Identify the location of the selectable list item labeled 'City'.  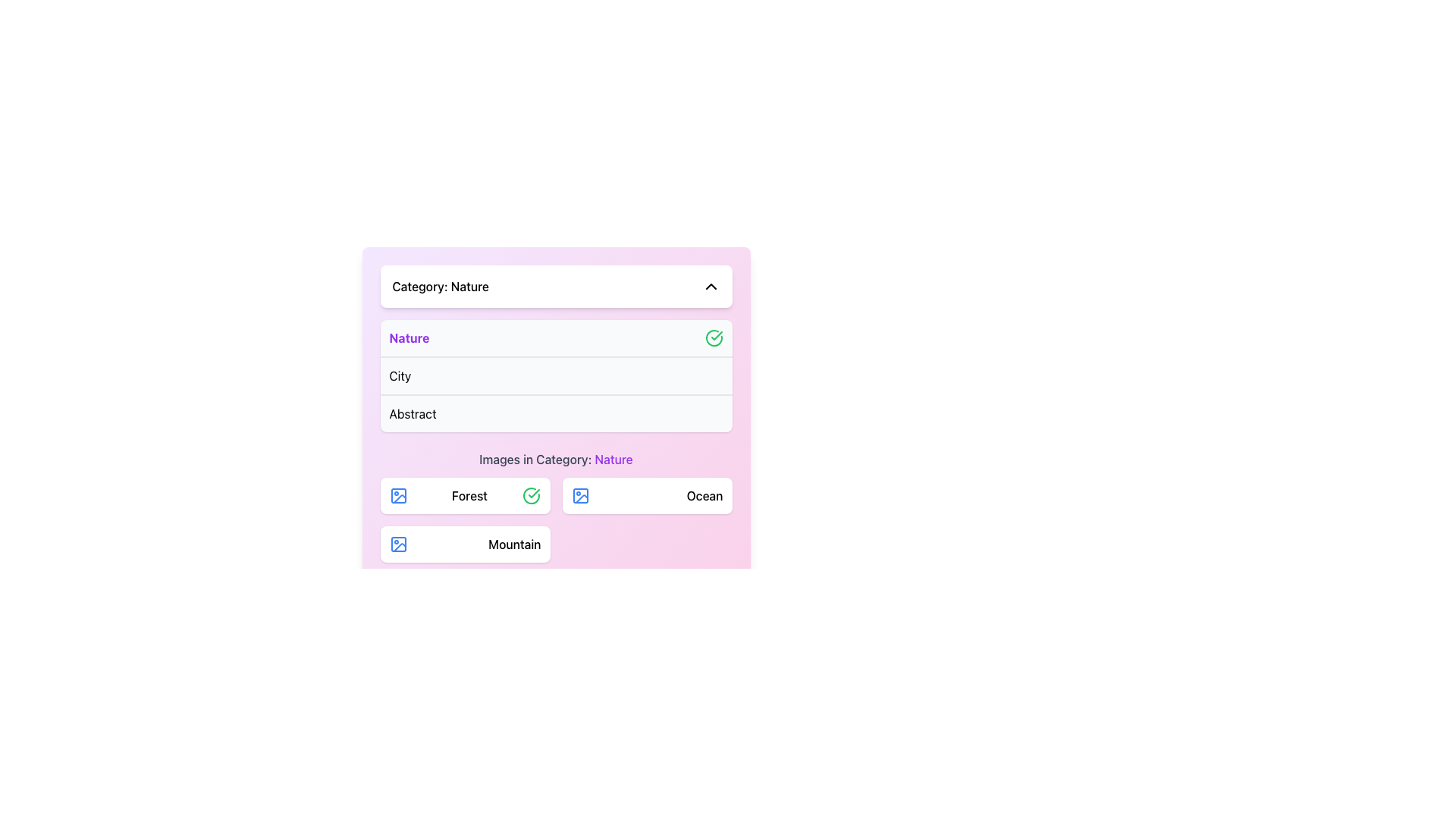
(555, 375).